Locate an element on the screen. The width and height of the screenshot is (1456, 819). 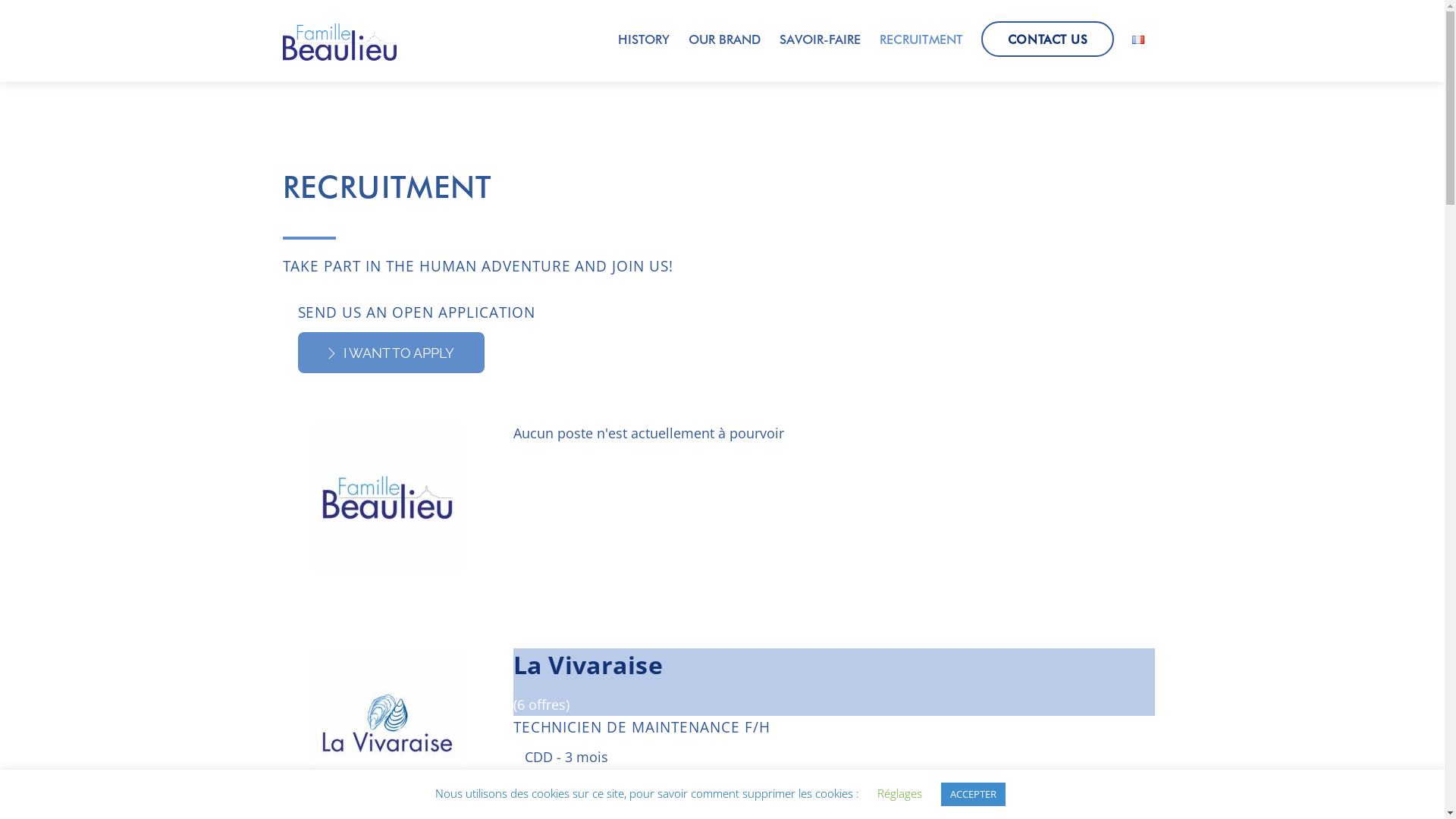
'ACCEPTER' is located at coordinates (973, 793).